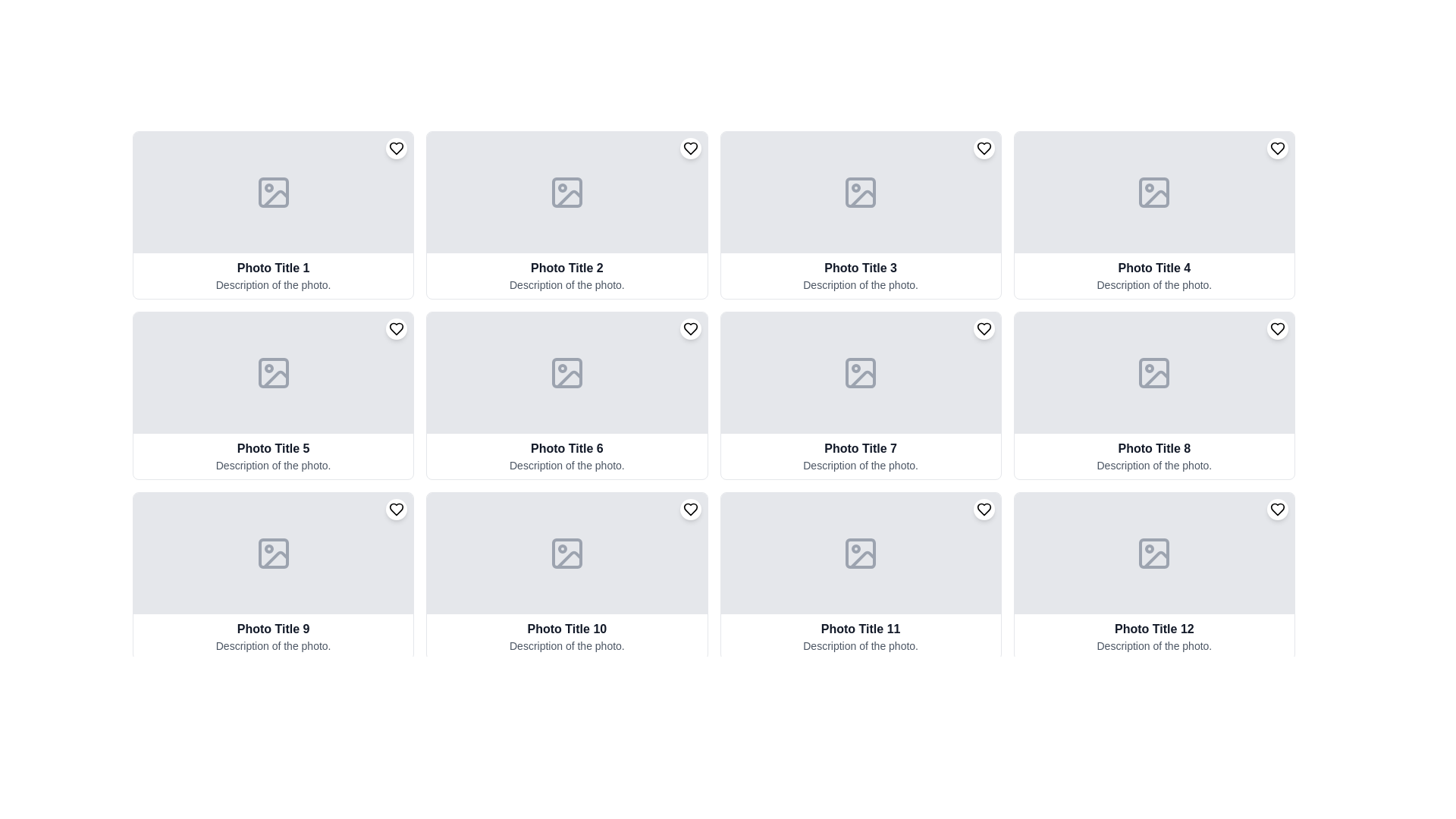  What do you see at coordinates (1153, 215) in the screenshot?
I see `the card element with a gray background that features a photo camera icon, titled 'Photo Title 4', located in the first row and fourth column of a 4-column grid layout` at bounding box center [1153, 215].